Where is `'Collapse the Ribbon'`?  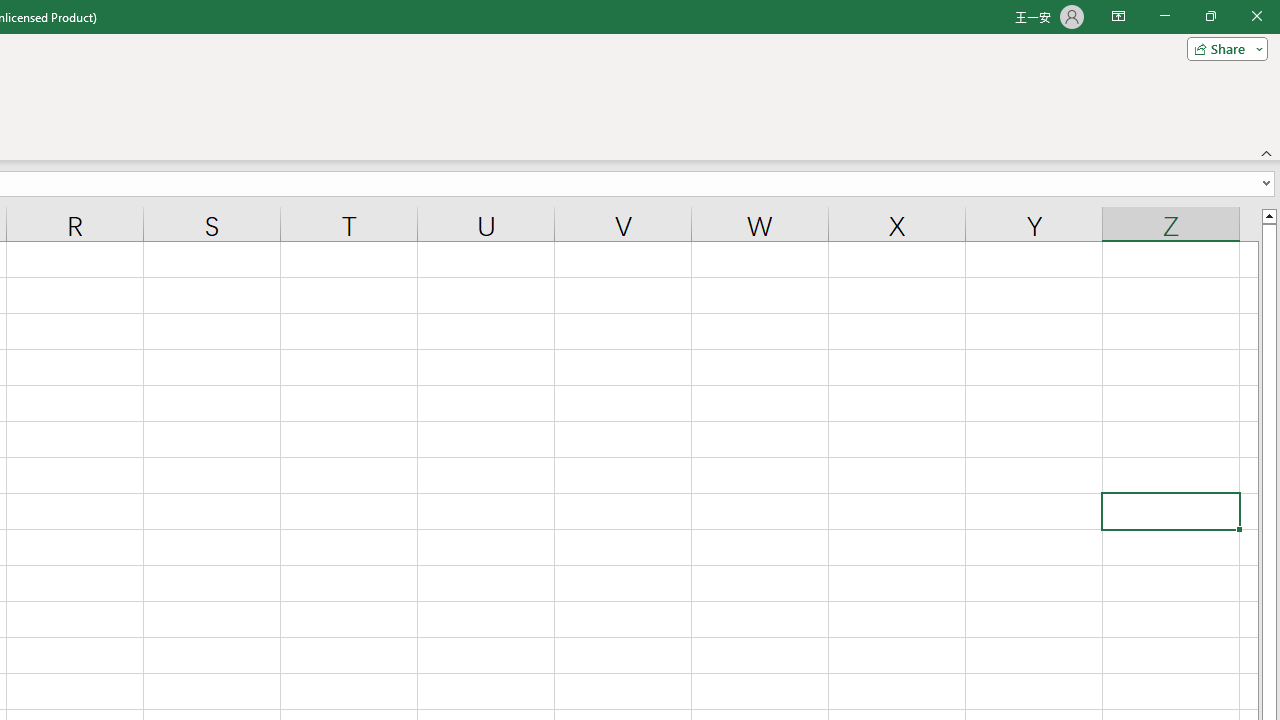
'Collapse the Ribbon' is located at coordinates (1266, 152).